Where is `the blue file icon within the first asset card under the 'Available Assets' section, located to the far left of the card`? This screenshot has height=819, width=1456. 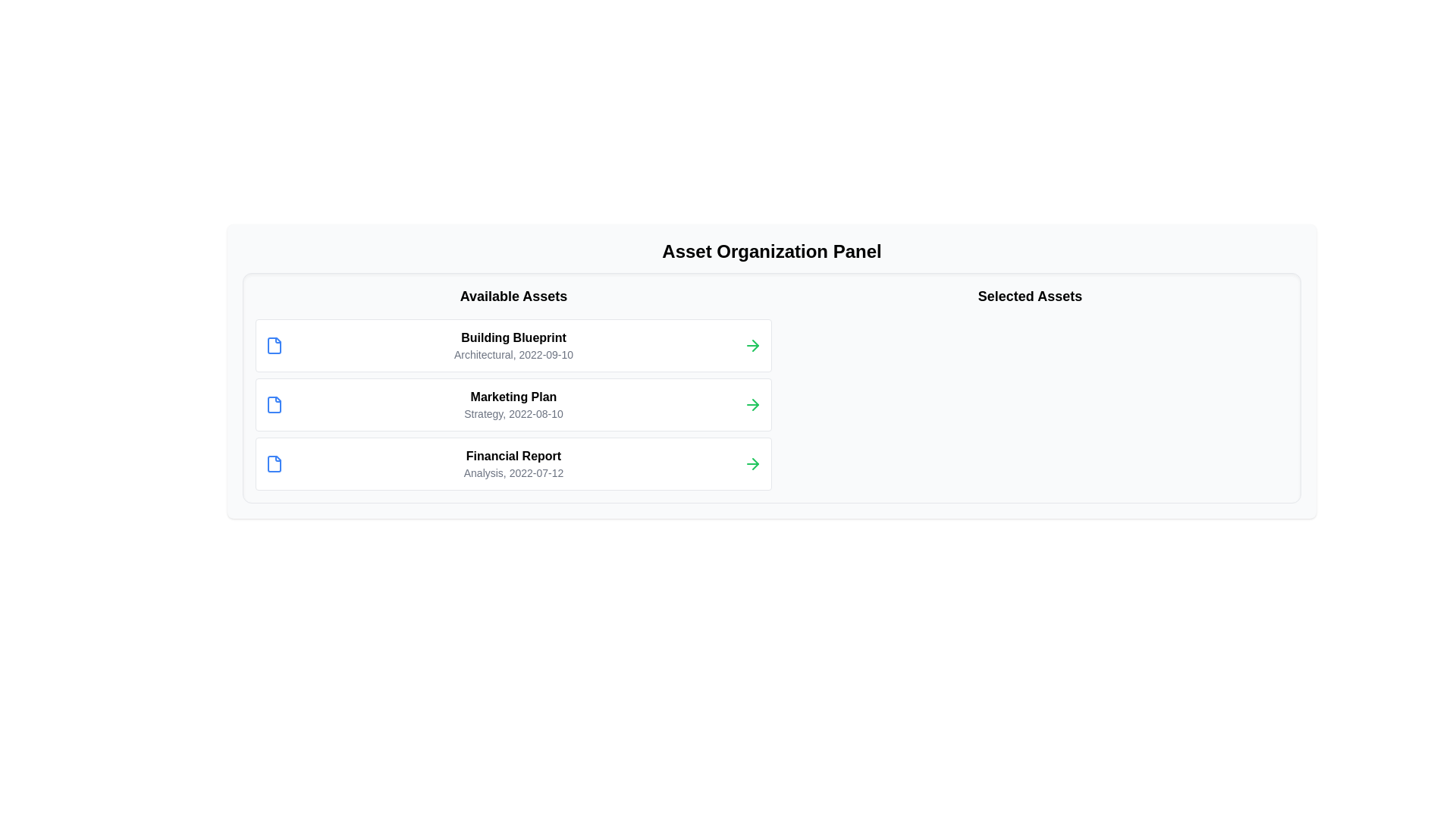 the blue file icon within the first asset card under the 'Available Assets' section, located to the far left of the card is located at coordinates (274, 345).